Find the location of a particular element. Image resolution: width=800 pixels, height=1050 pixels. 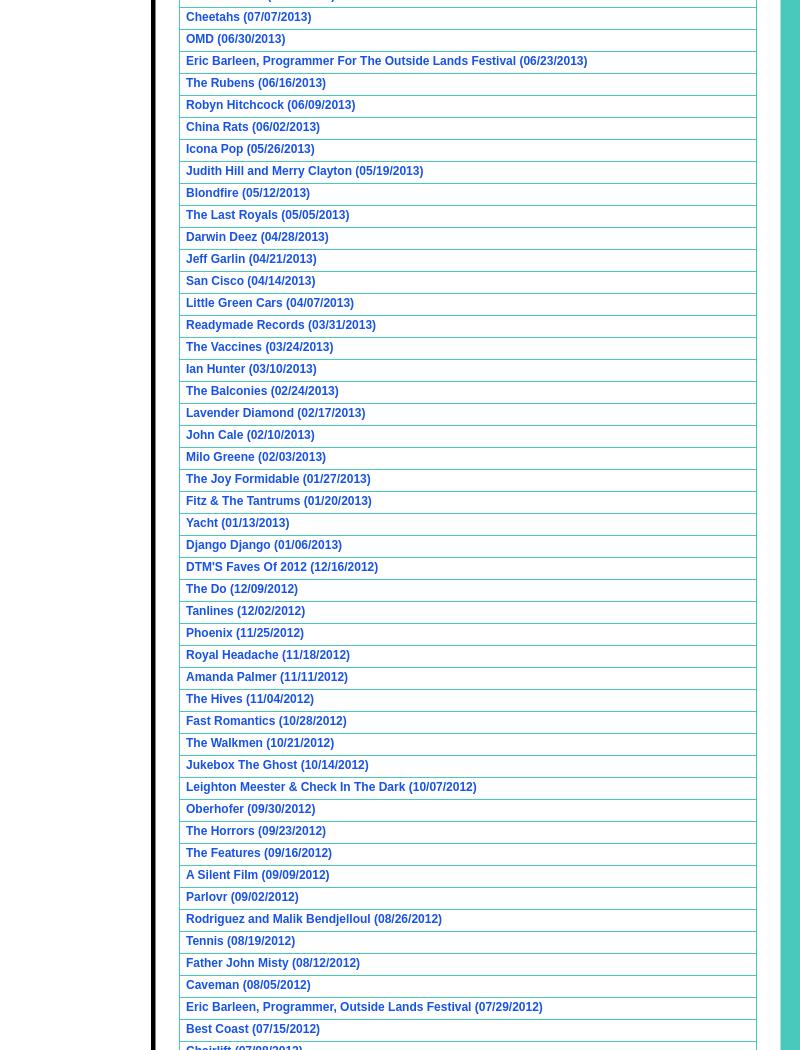

'The Walkmen (10/21/2012)' is located at coordinates (259, 741).